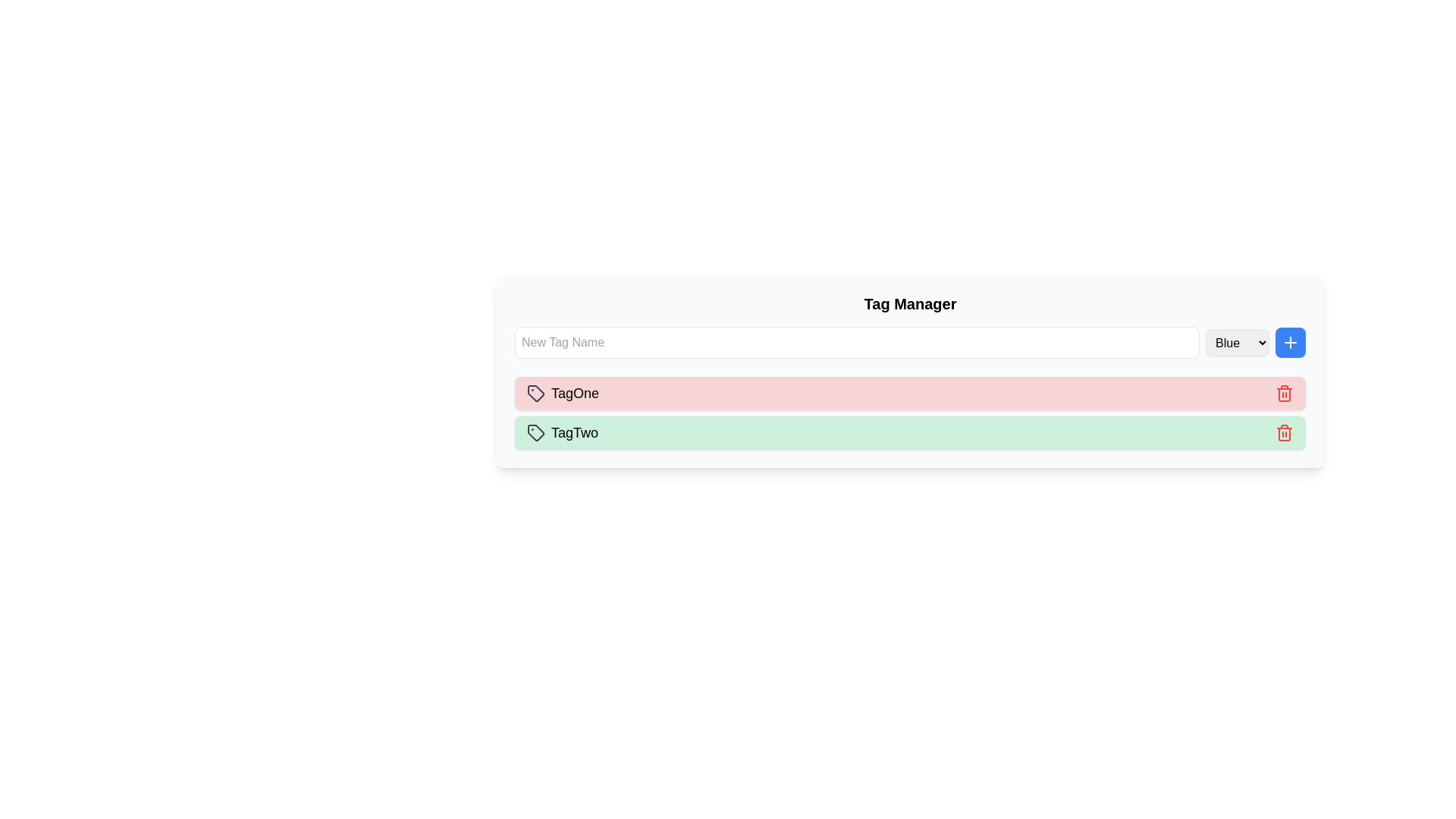 The height and width of the screenshot is (819, 1456). Describe the element at coordinates (1290, 342) in the screenshot. I see `the blue circular button with a white plus sign located in the upper-right section of the interface, adjacent to the 'Blue' dropdown menu` at that location.